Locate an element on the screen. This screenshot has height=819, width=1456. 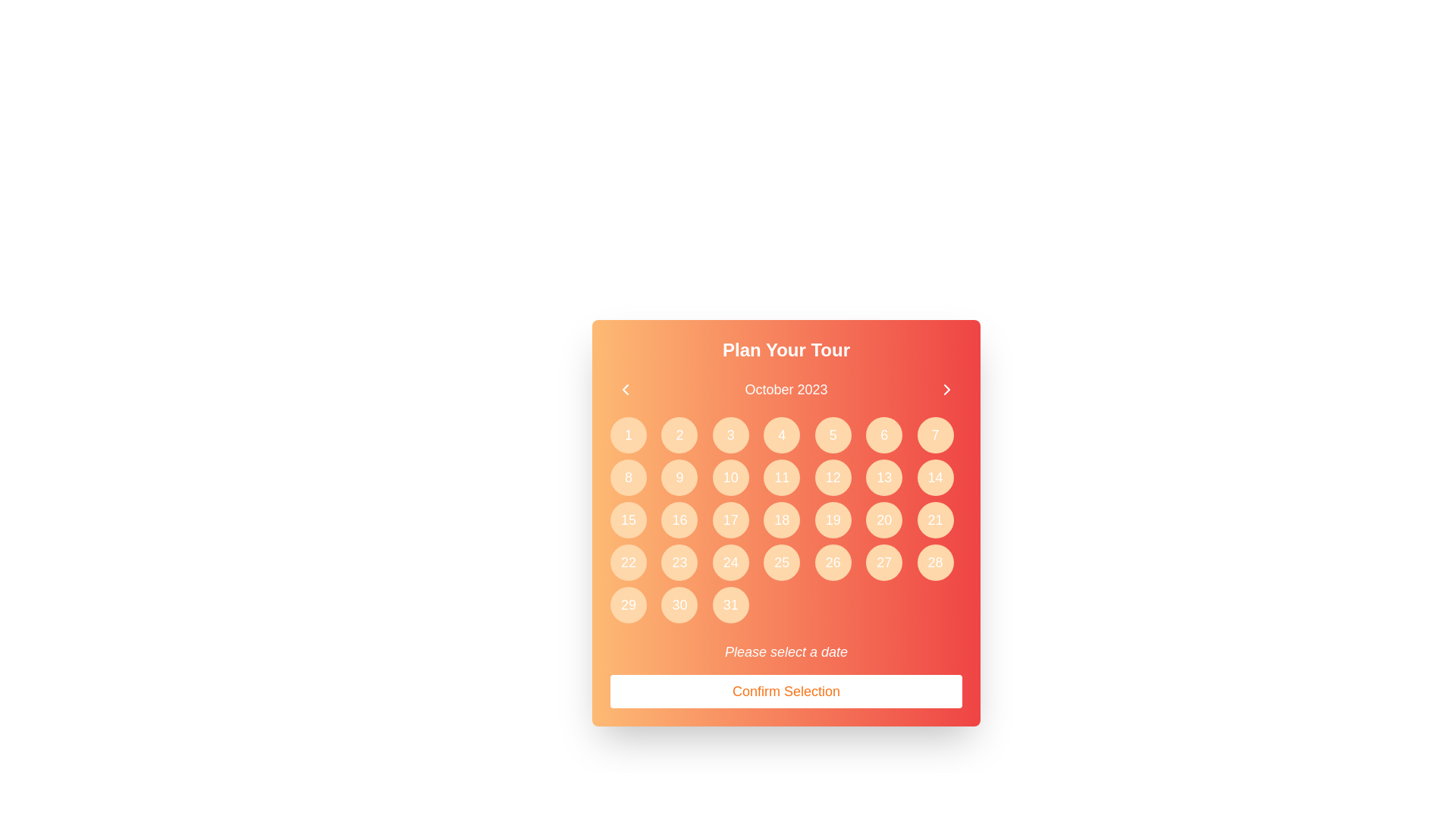
the circular button with a bright orange background and white numerical text '24' is located at coordinates (730, 562).